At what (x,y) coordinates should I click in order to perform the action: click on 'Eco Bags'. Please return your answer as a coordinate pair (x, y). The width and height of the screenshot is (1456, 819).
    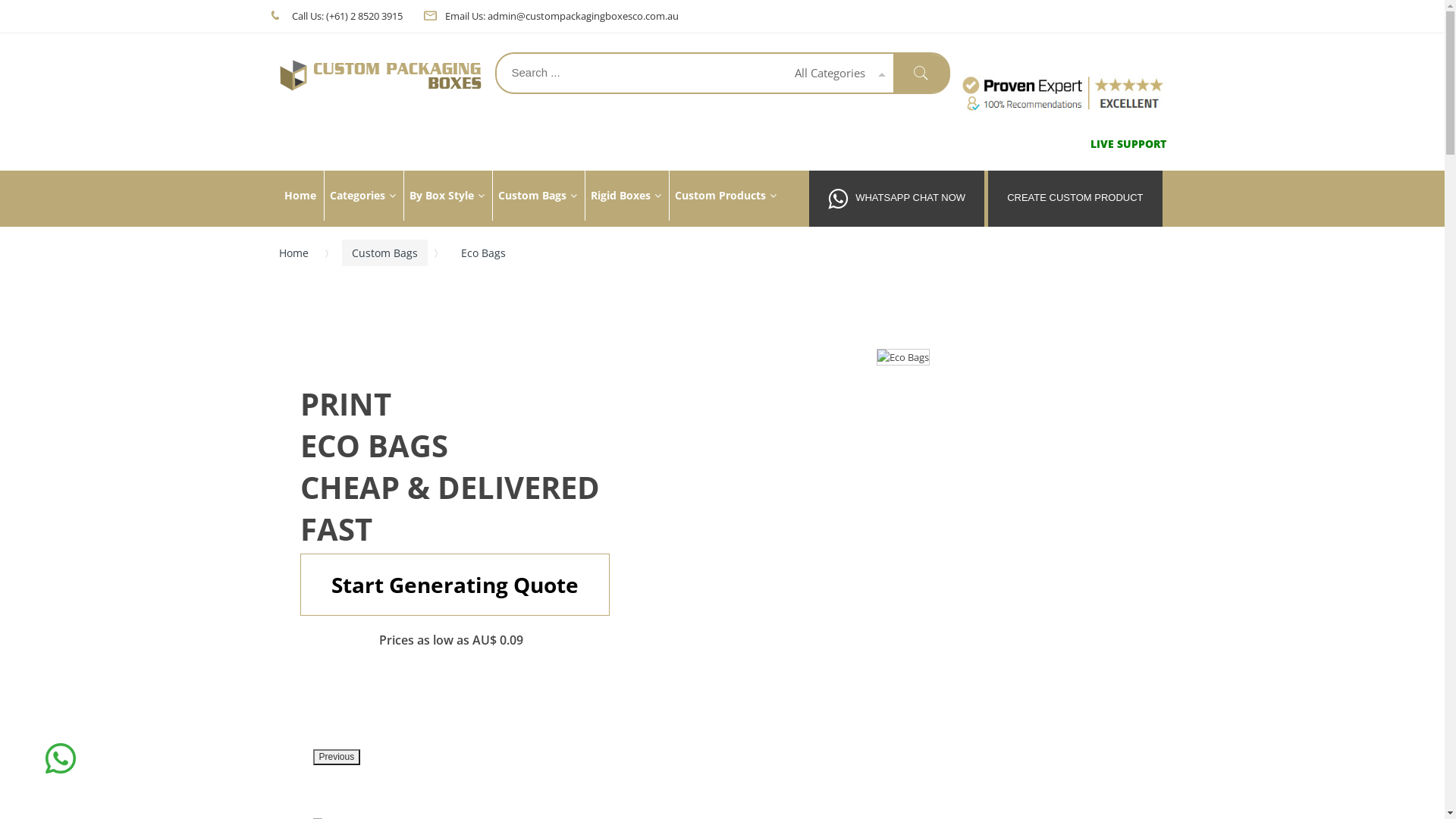
    Looking at the image, I should click on (902, 356).